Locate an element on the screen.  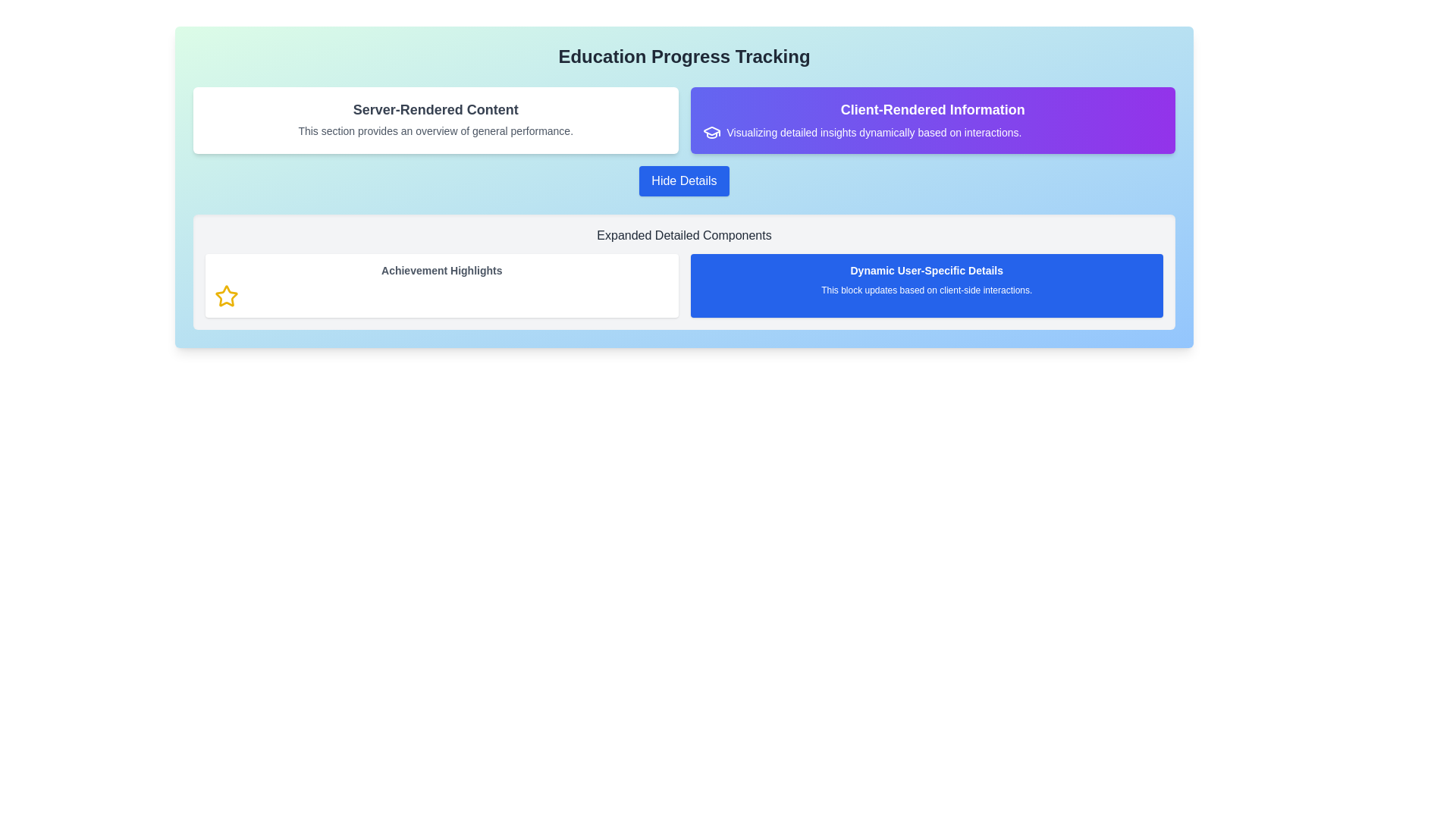
text snippet that says 'Visualizing detailed insights dynamically based on interactions.' located on the right side of the purple box titled 'Client-Rendered Information.' is located at coordinates (874, 131).